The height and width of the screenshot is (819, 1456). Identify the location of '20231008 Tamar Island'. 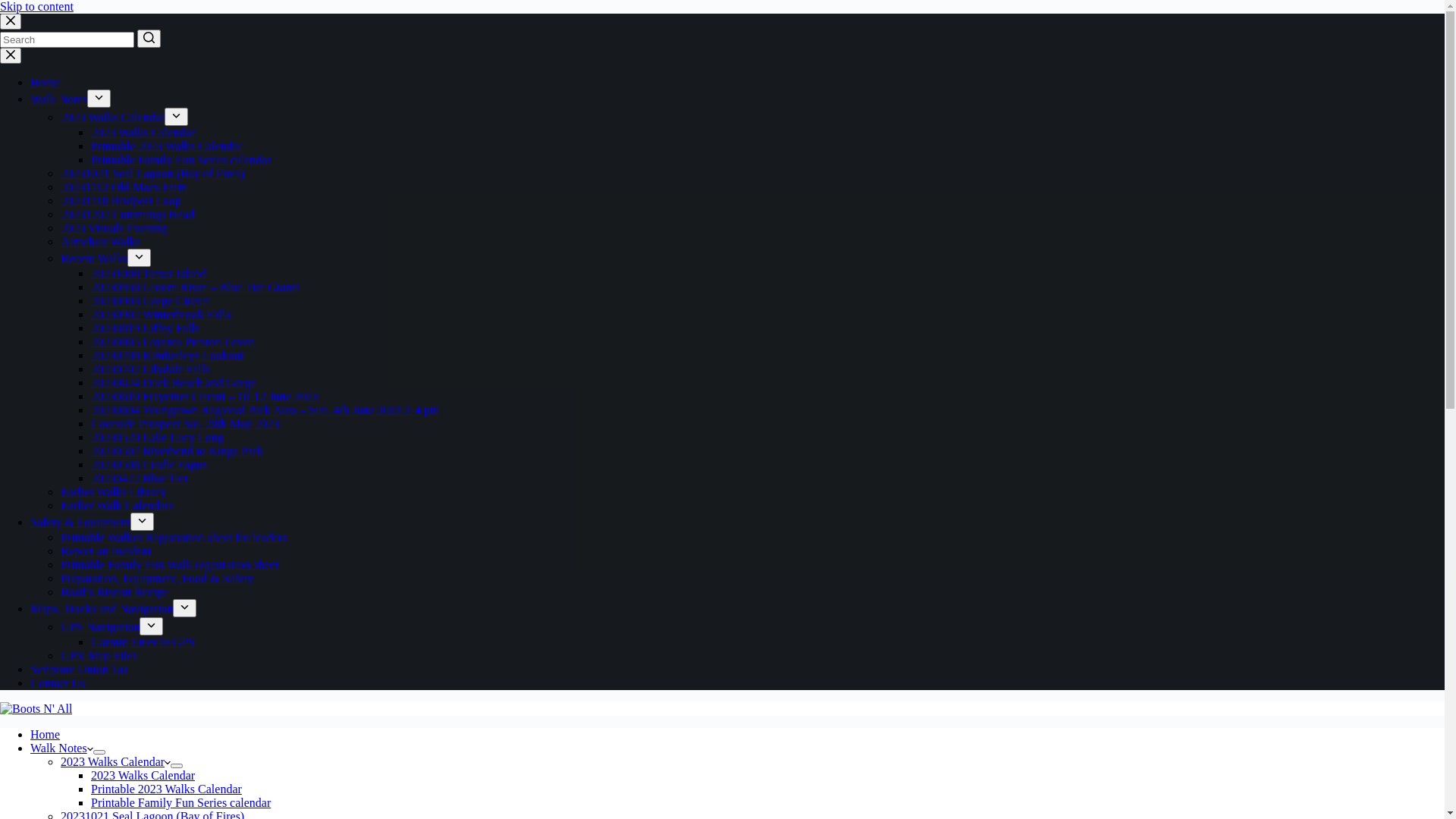
(148, 273).